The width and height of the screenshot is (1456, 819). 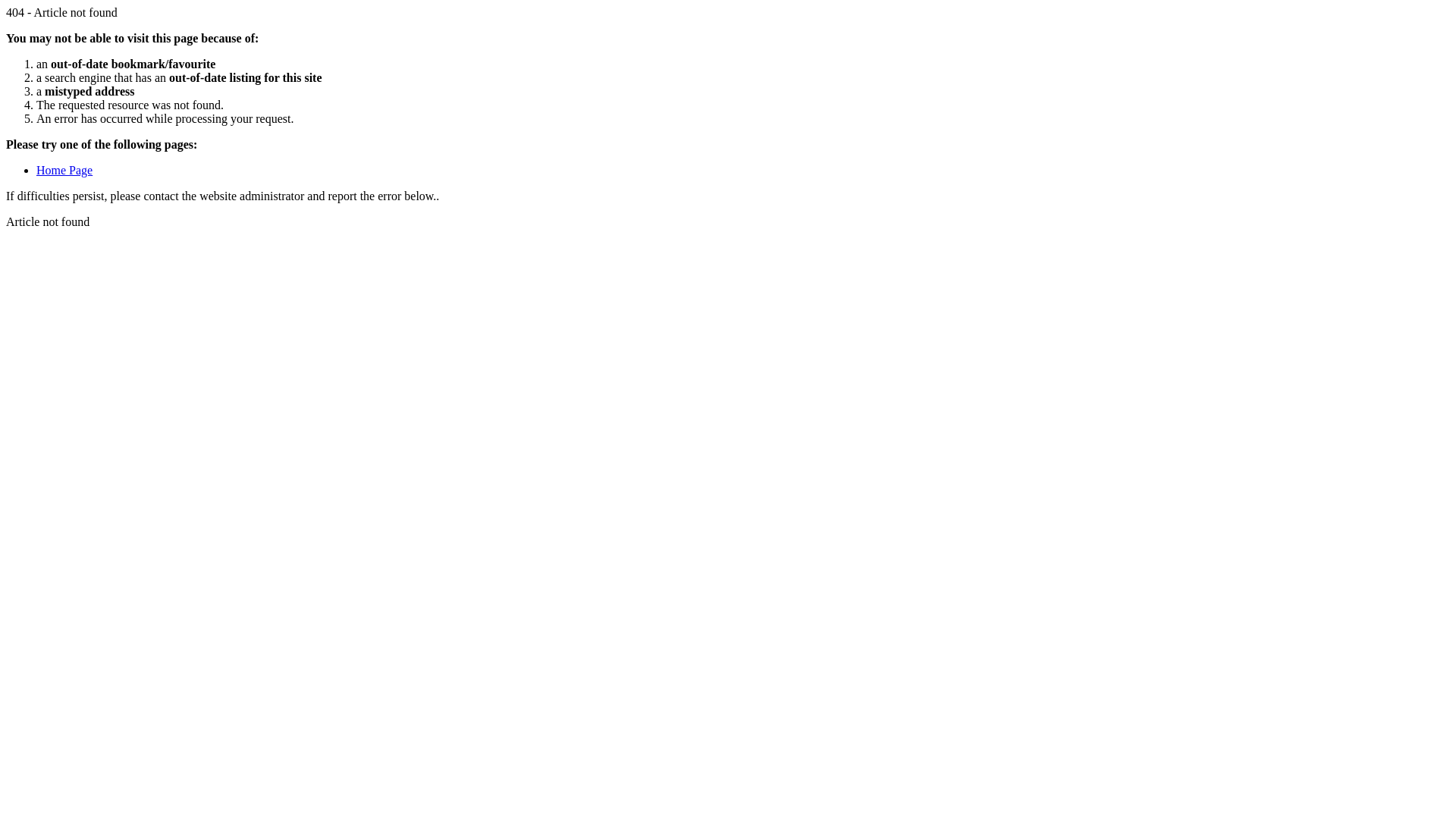 I want to click on 'Home Page', so click(x=64, y=170).